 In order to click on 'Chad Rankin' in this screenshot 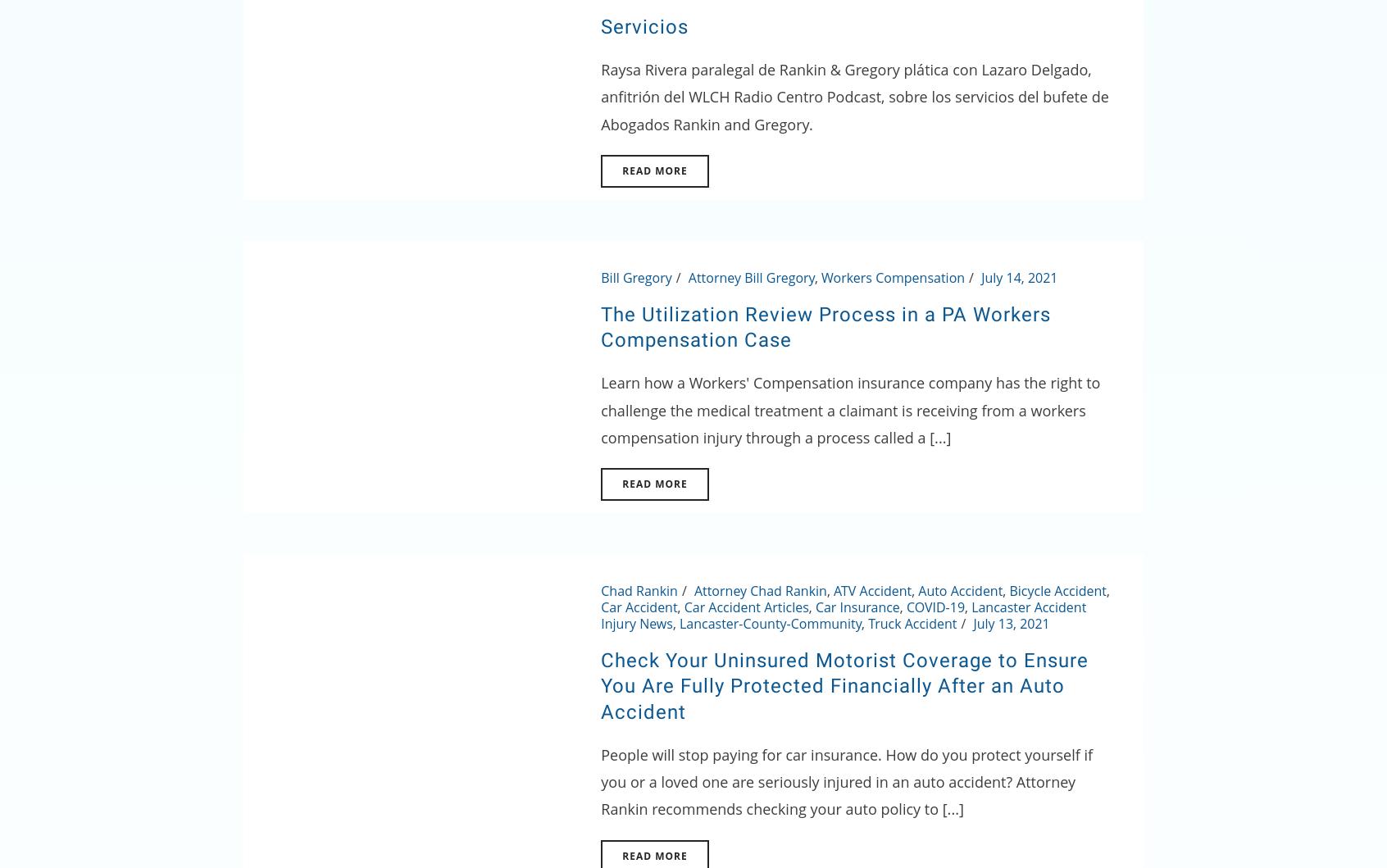, I will do `click(639, 590)`.